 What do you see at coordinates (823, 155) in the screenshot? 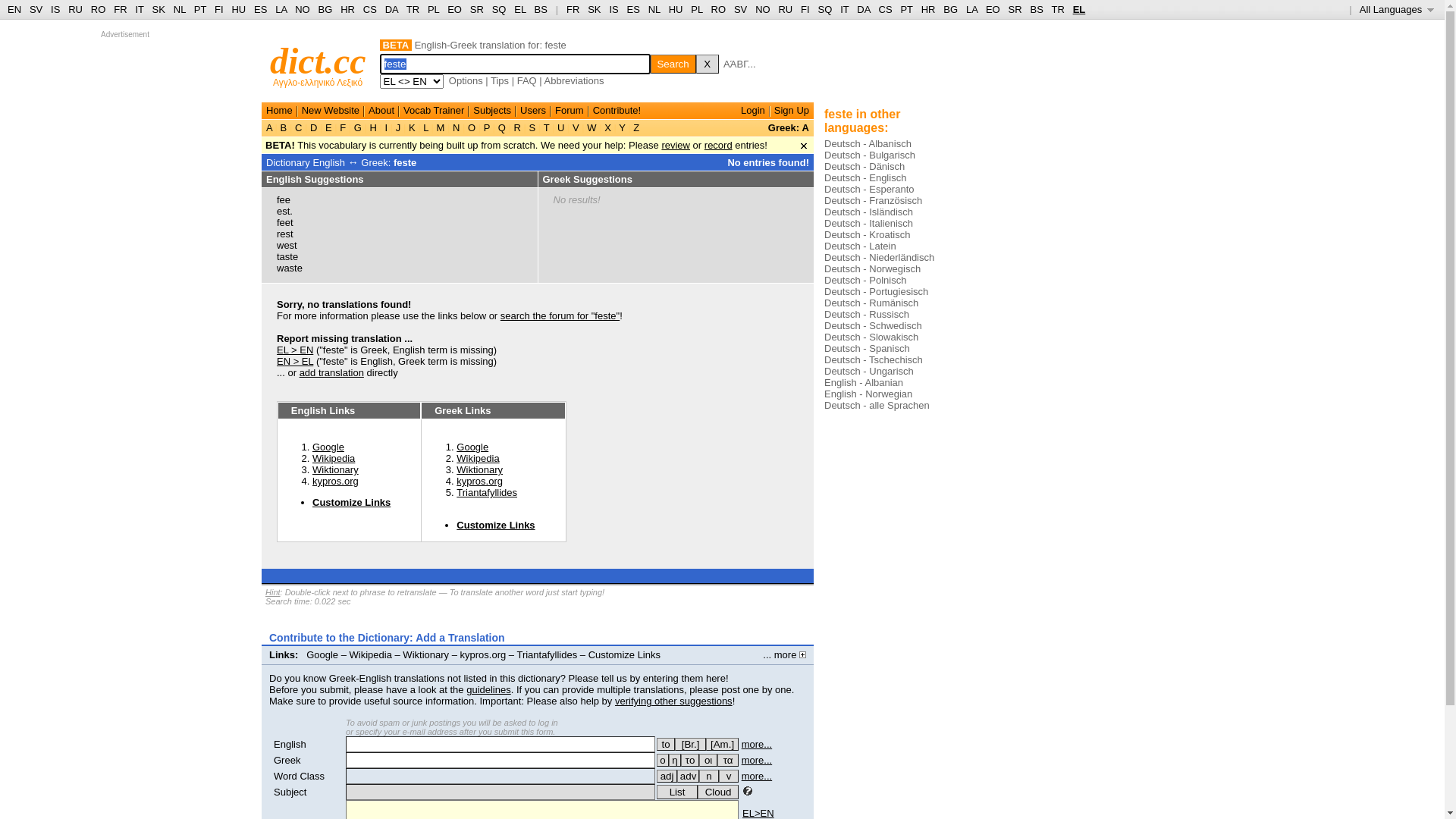
I see `'Deutsch - Bulgarisch'` at bounding box center [823, 155].